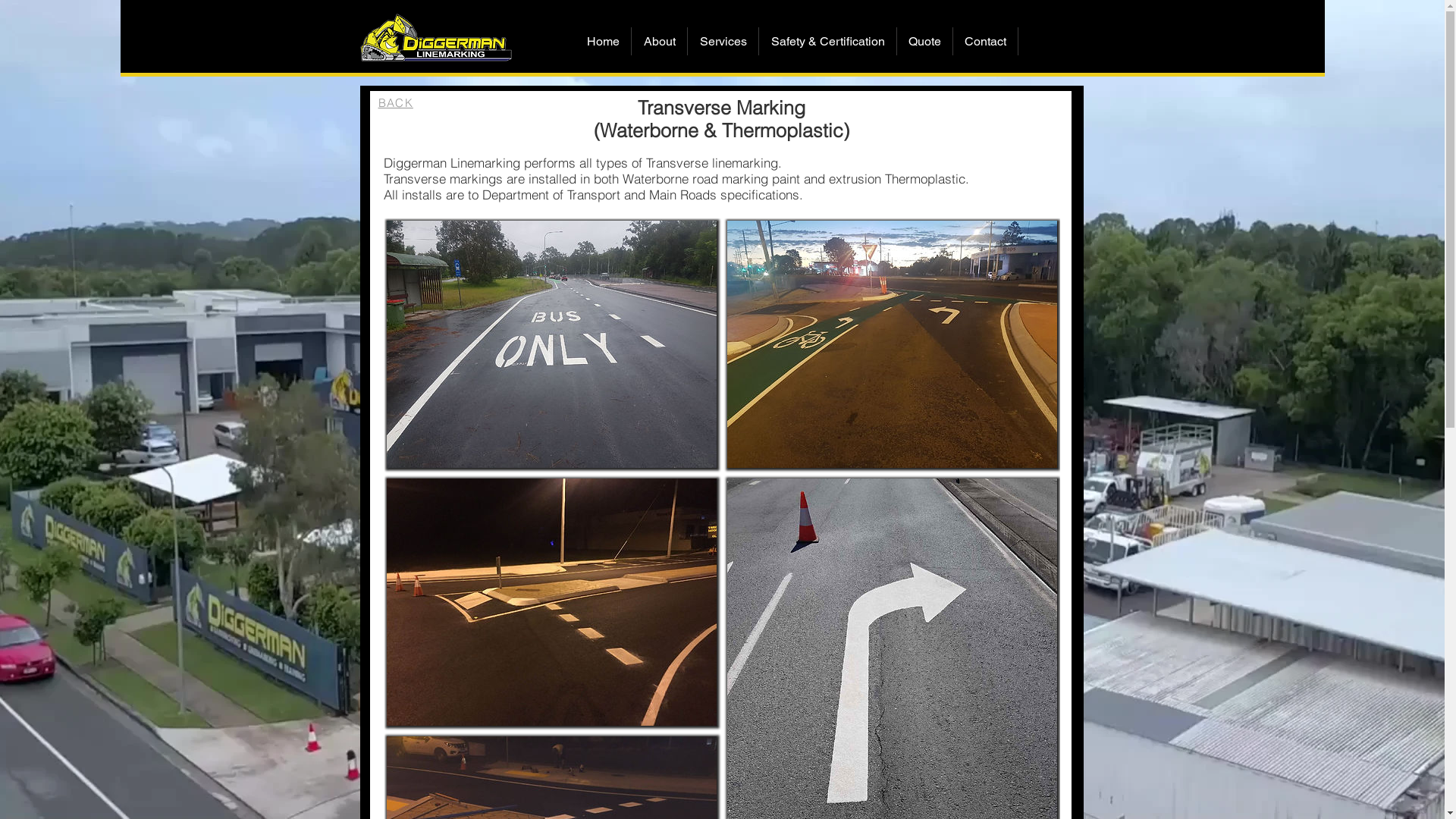  What do you see at coordinates (722, 40) in the screenshot?
I see `'Services'` at bounding box center [722, 40].